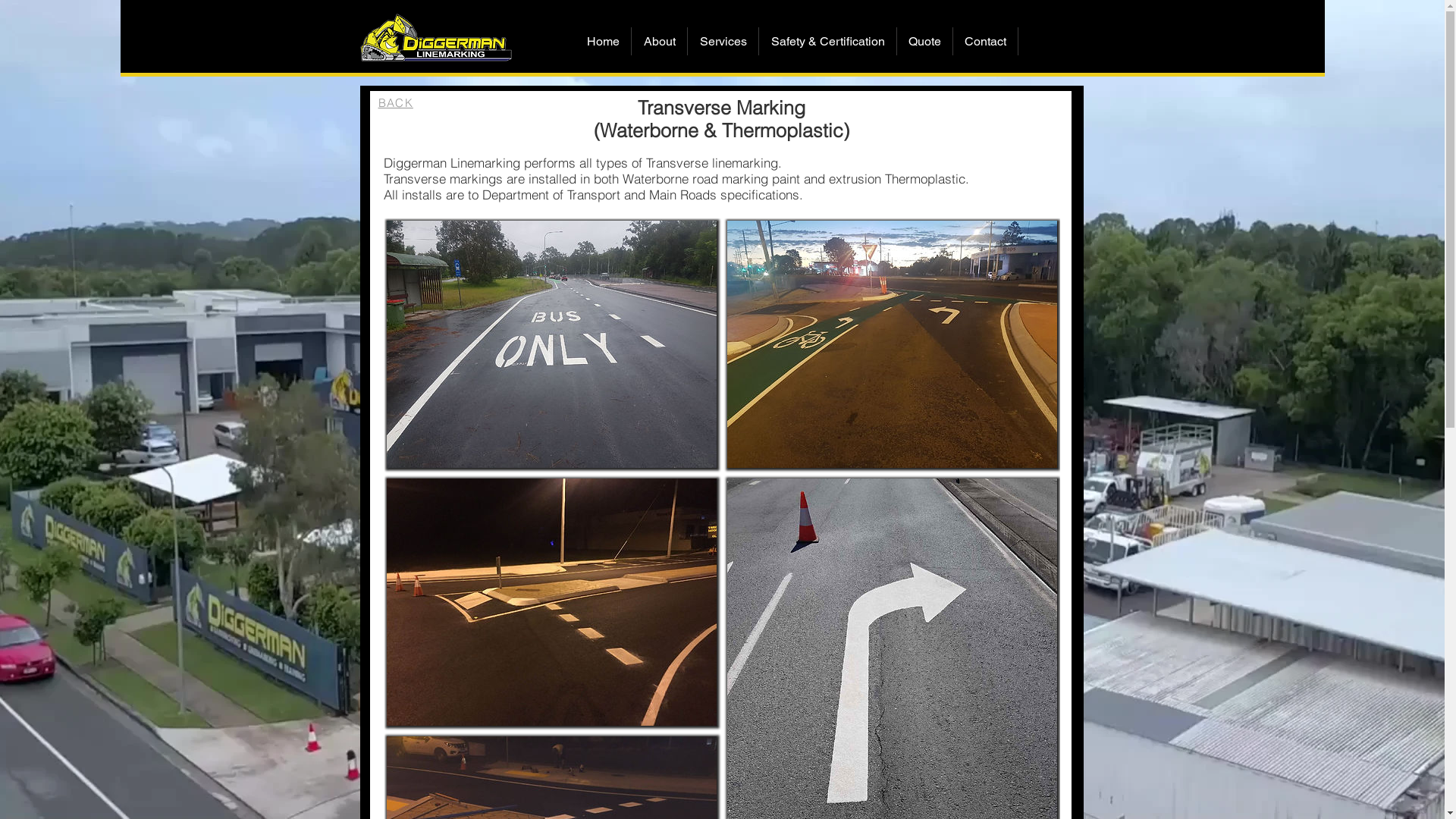  What do you see at coordinates (722, 40) in the screenshot?
I see `'Services'` at bounding box center [722, 40].